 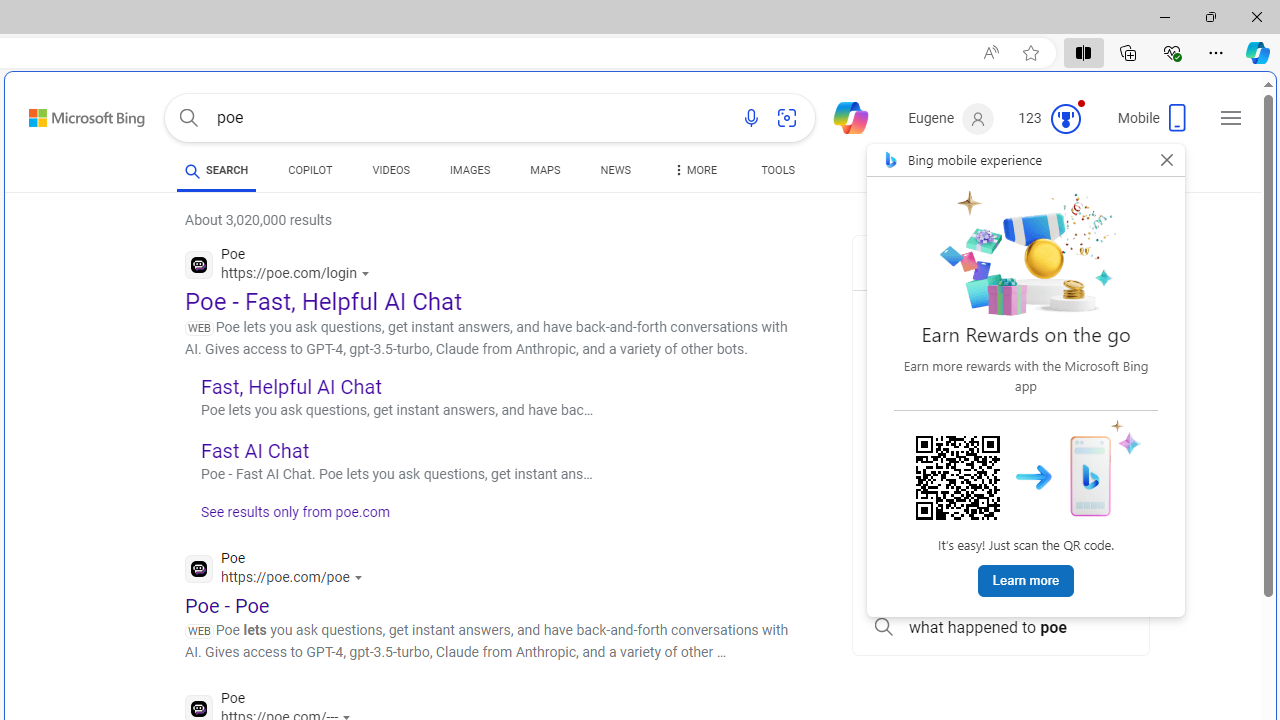 What do you see at coordinates (545, 172) in the screenshot?
I see `'MAPS'` at bounding box center [545, 172].